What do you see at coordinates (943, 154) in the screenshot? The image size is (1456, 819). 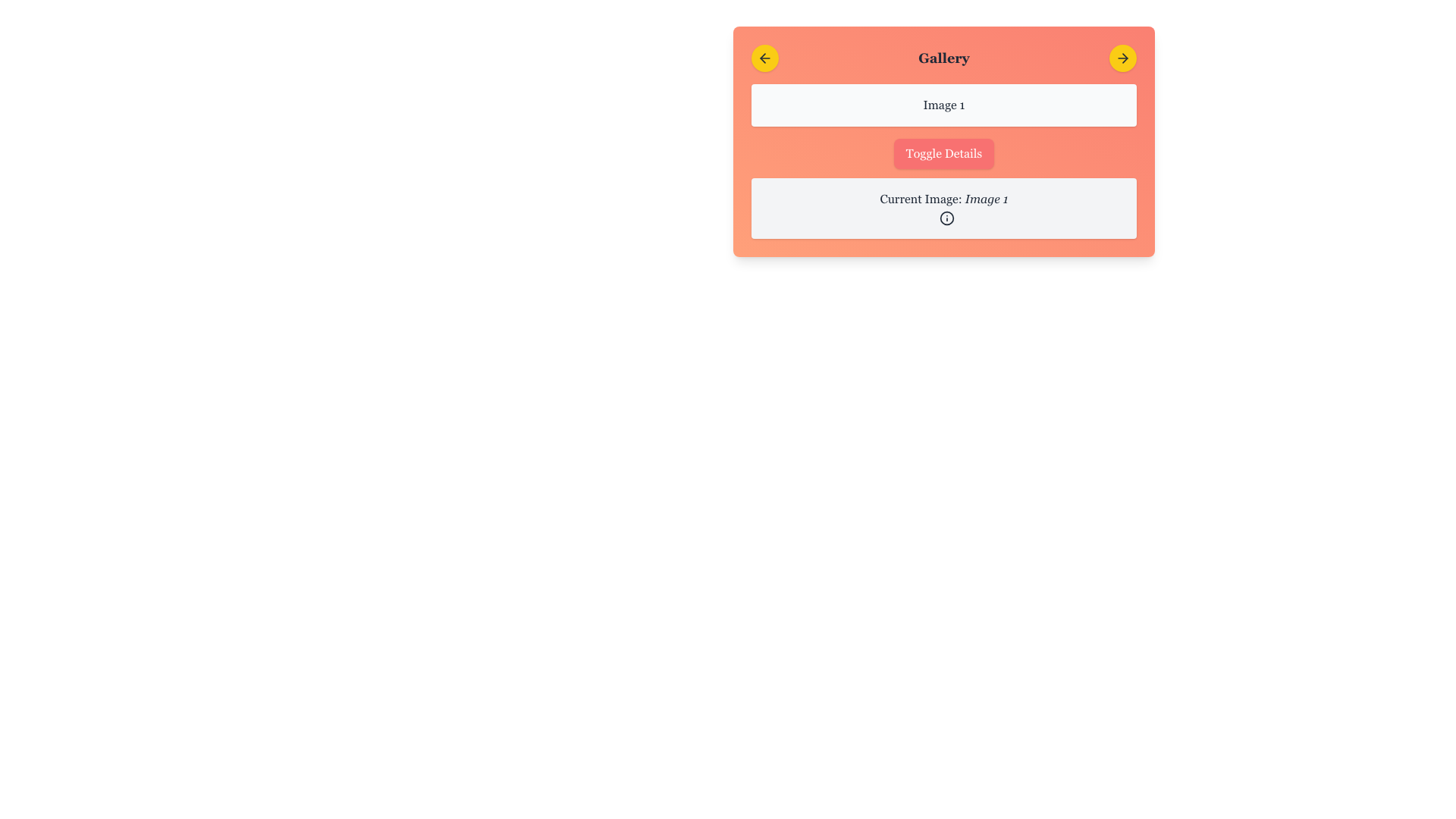 I see `the button located centrally below the label 'Image 1' and above the section labeled 'Current Image: Image 1'` at bounding box center [943, 154].